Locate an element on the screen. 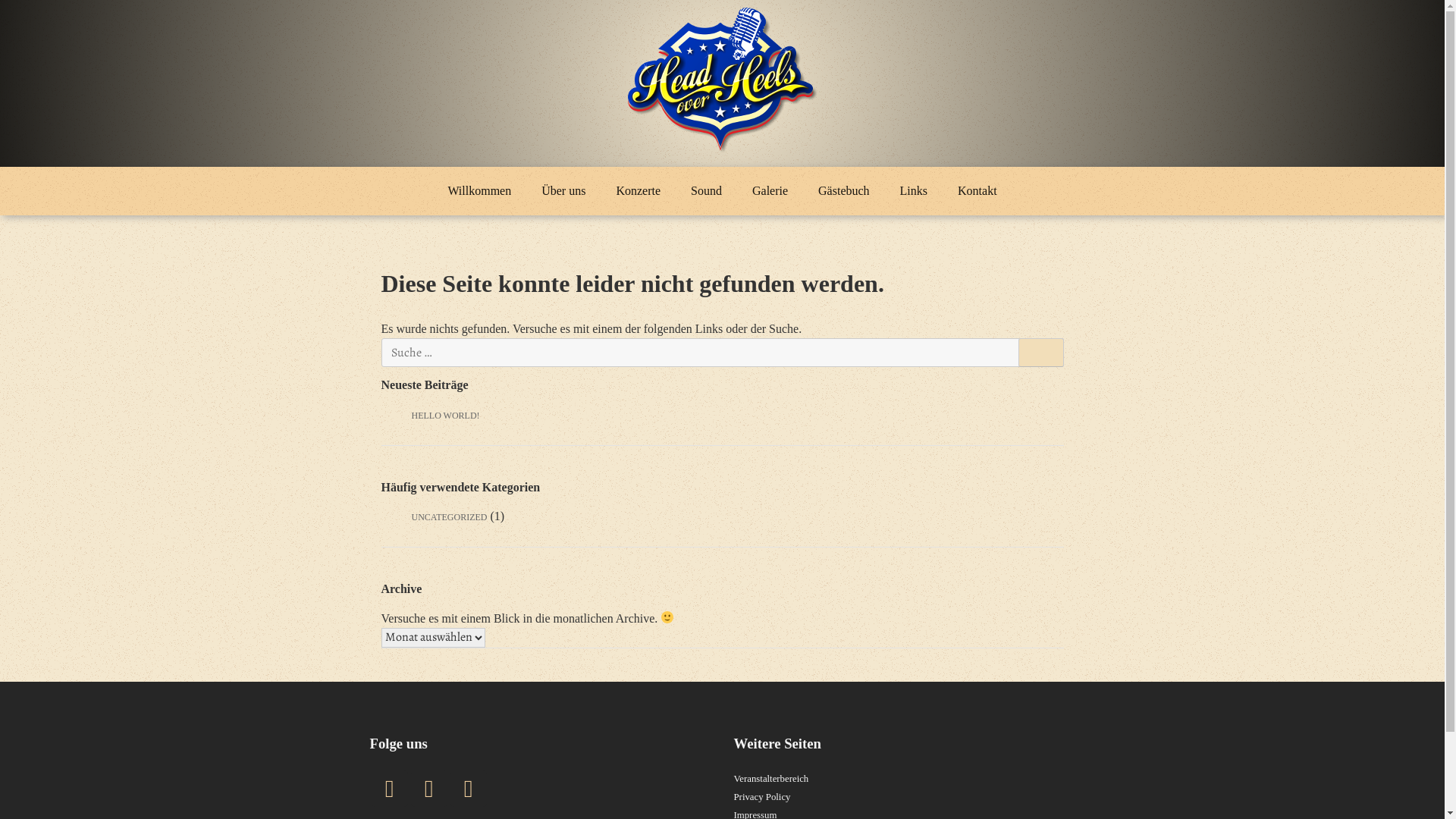  'Links' is located at coordinates (912, 190).